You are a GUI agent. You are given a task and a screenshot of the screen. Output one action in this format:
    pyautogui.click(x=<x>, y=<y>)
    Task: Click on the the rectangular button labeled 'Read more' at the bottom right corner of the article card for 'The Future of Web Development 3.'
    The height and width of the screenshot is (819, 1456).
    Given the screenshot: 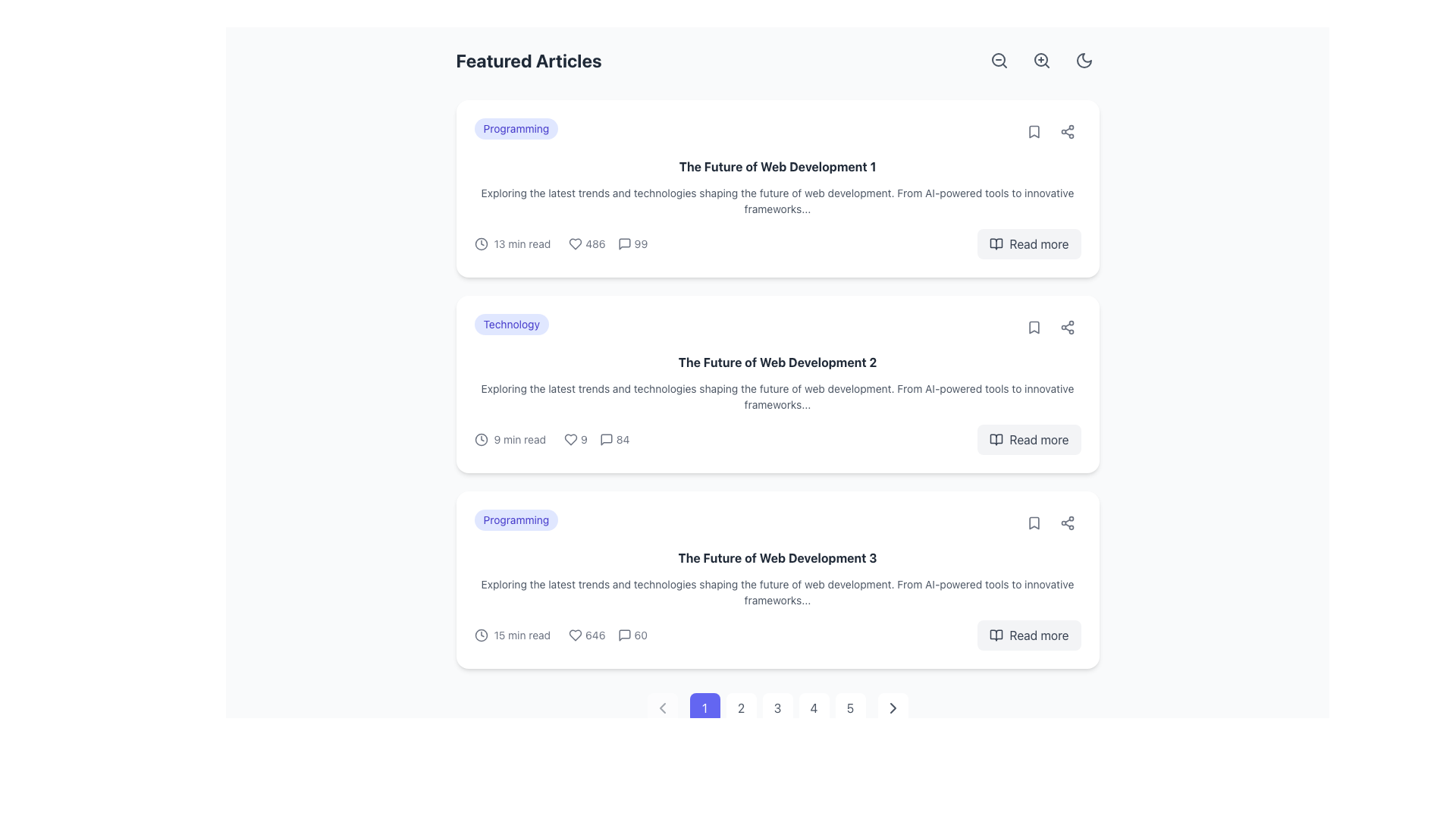 What is the action you would take?
    pyautogui.click(x=1029, y=635)
    